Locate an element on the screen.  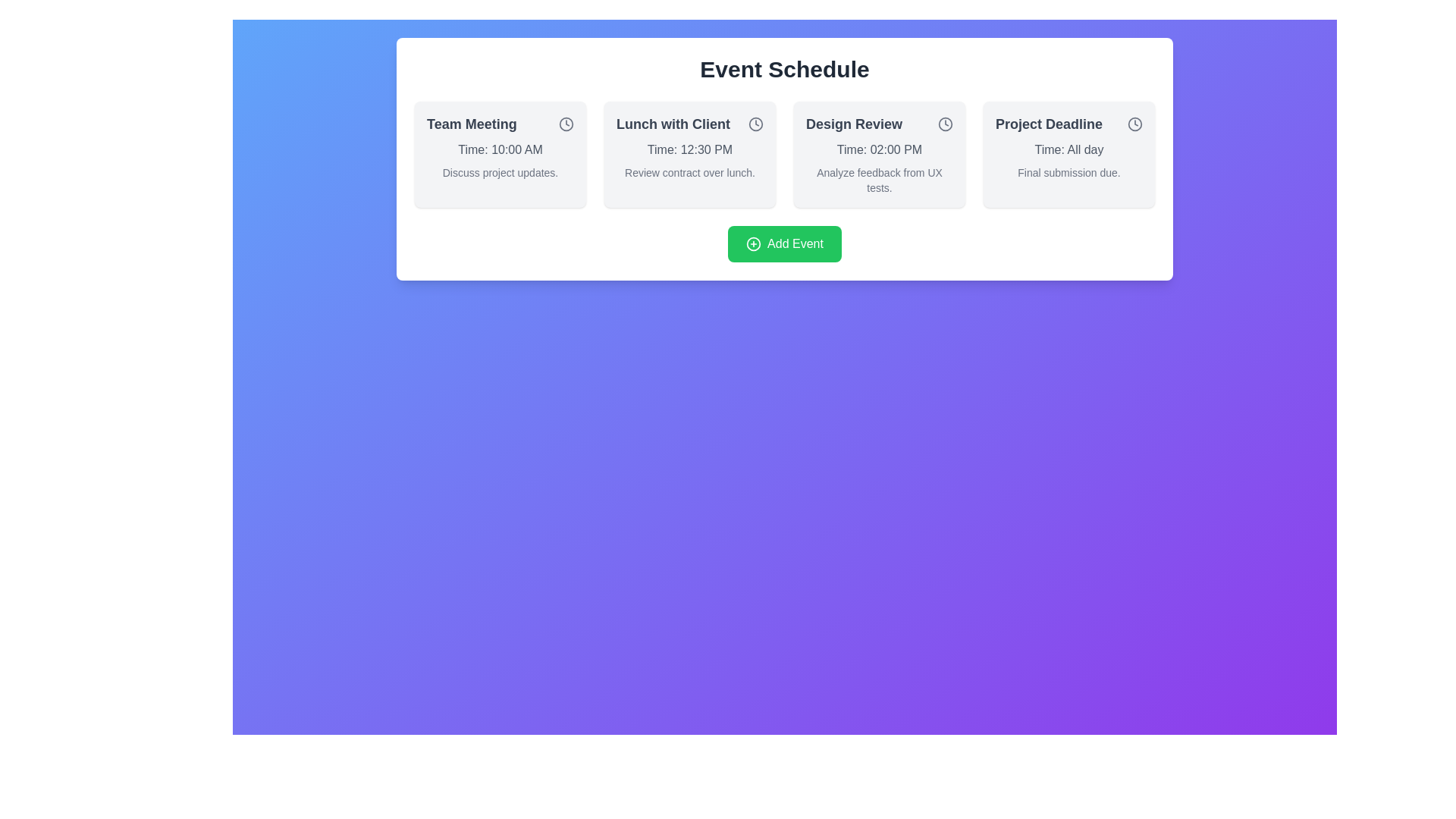
the static text label displaying 'Team Meeting' is located at coordinates (471, 124).